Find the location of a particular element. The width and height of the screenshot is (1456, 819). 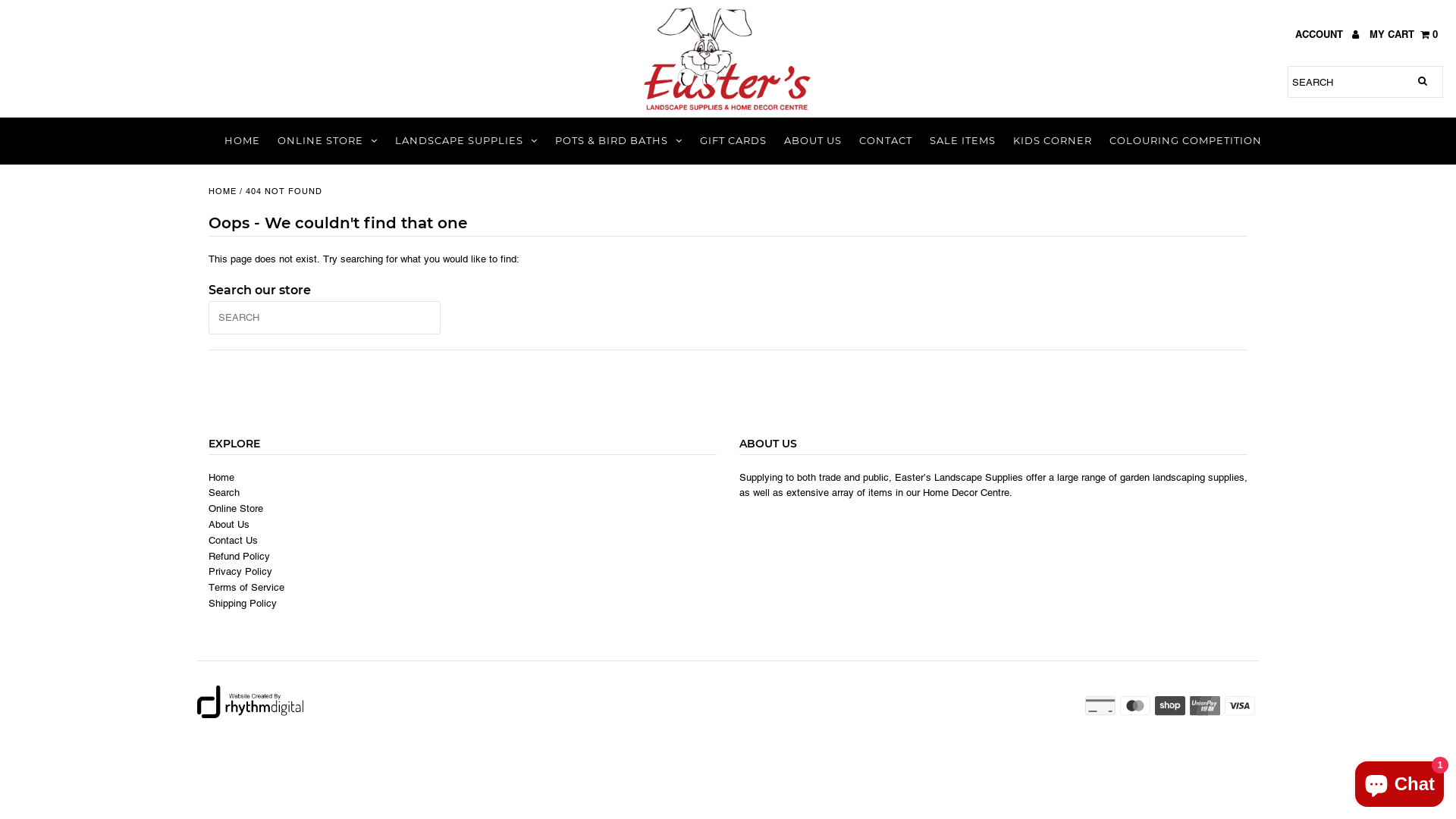

'Refund Policy' is located at coordinates (207, 556).